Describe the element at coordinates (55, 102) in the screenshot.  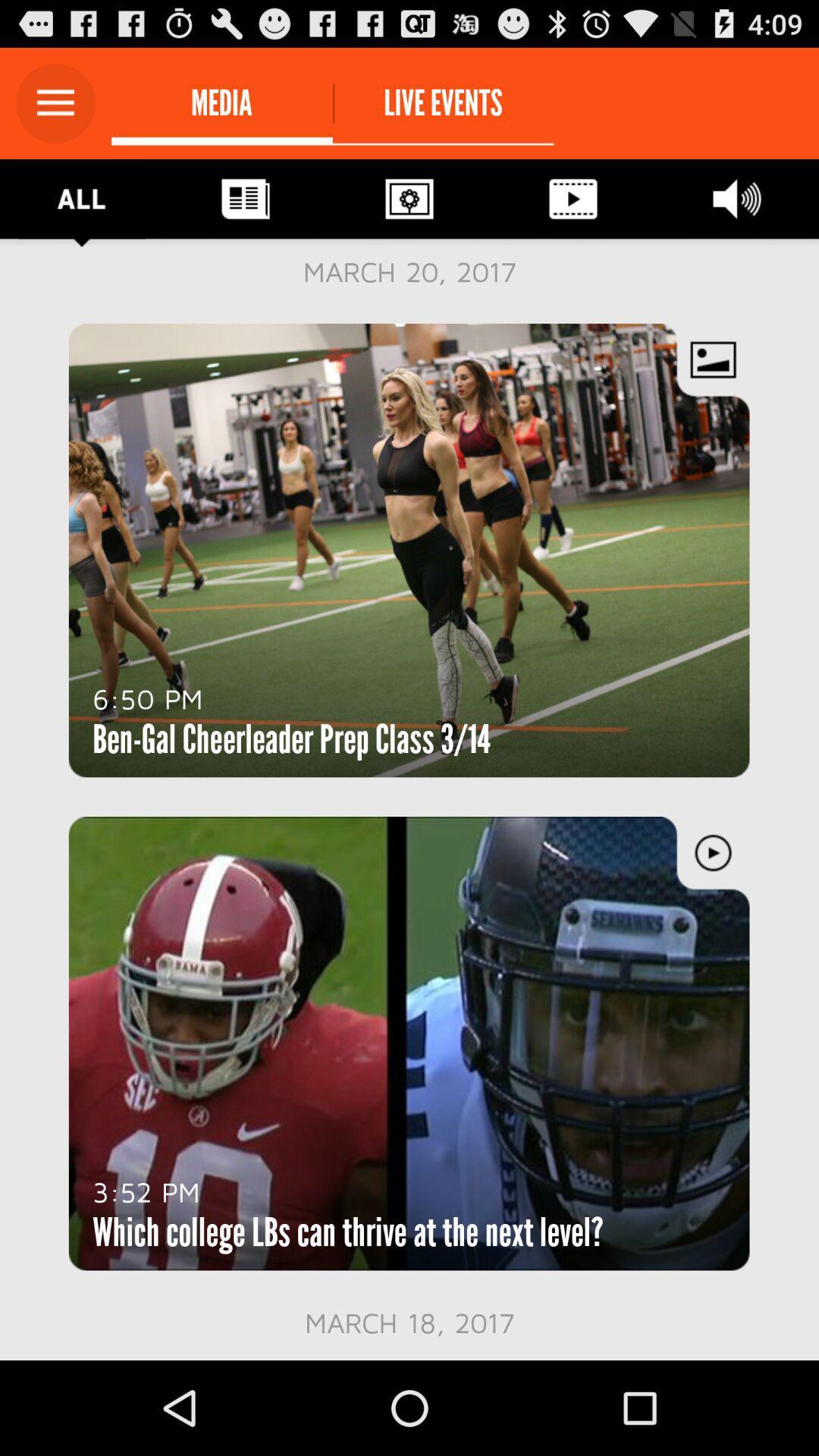
I see `drop down menu for options` at that location.